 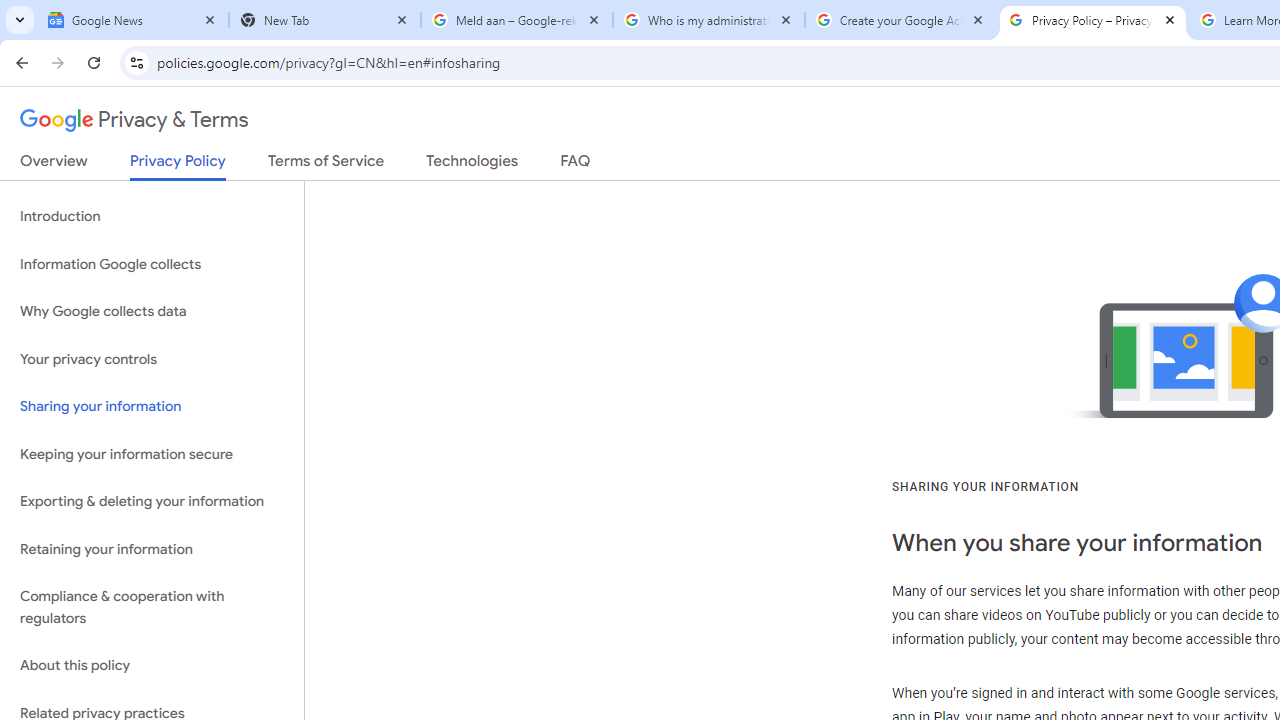 I want to click on 'Create your Google Account', so click(x=900, y=20).